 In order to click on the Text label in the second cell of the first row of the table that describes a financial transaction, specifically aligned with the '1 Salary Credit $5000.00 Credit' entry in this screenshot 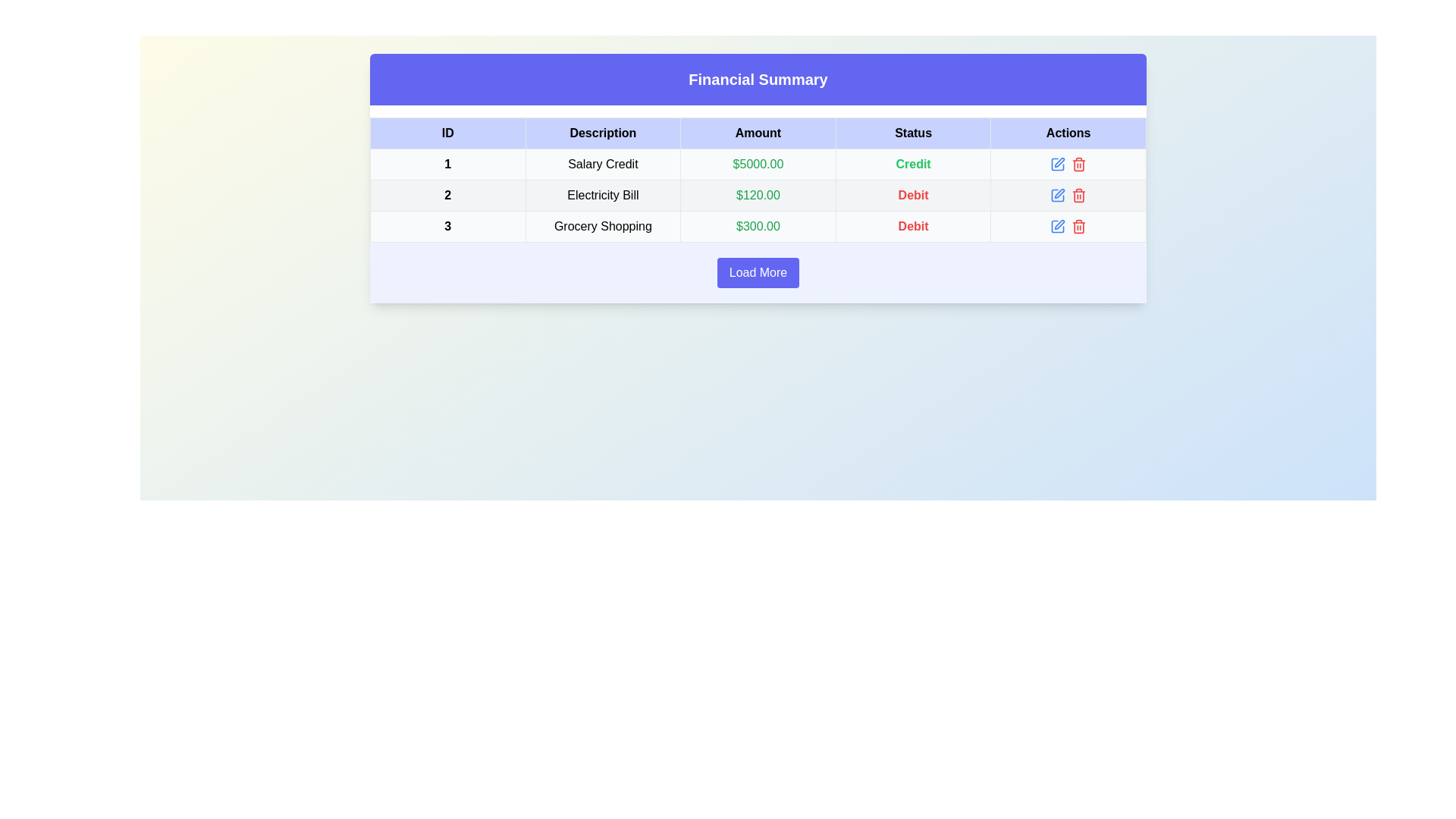, I will do `click(602, 164)`.